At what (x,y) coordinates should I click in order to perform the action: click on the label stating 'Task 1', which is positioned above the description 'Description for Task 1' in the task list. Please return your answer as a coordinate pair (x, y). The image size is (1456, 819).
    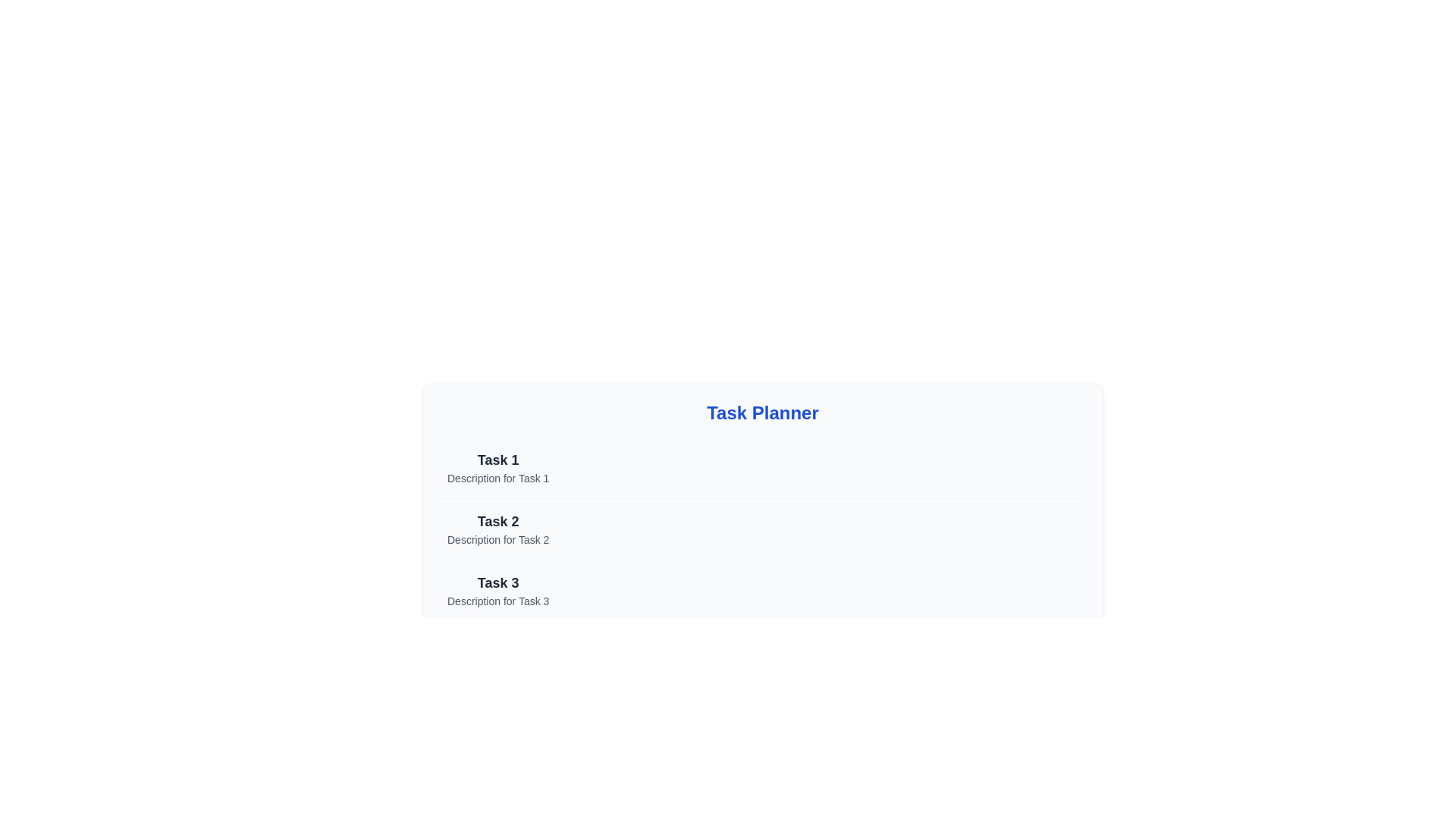
    Looking at the image, I should click on (498, 459).